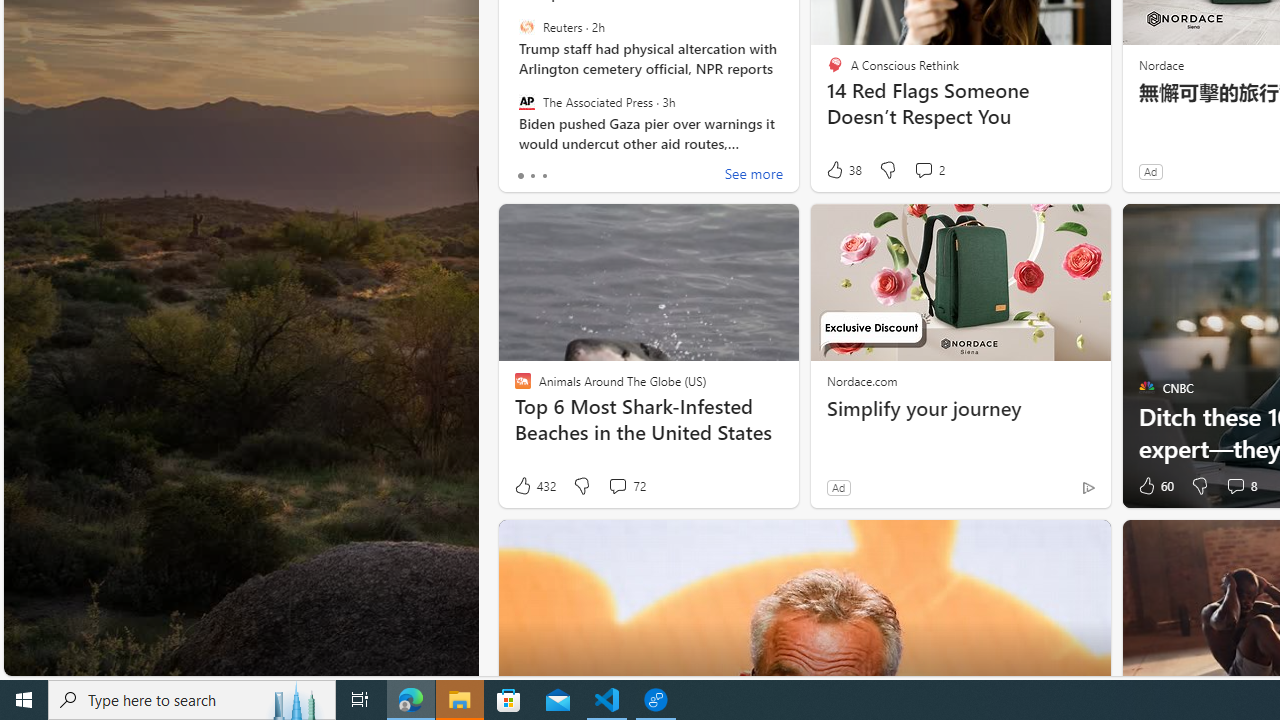 The height and width of the screenshot is (720, 1280). I want to click on 'View comments 8 Comment', so click(1234, 486).